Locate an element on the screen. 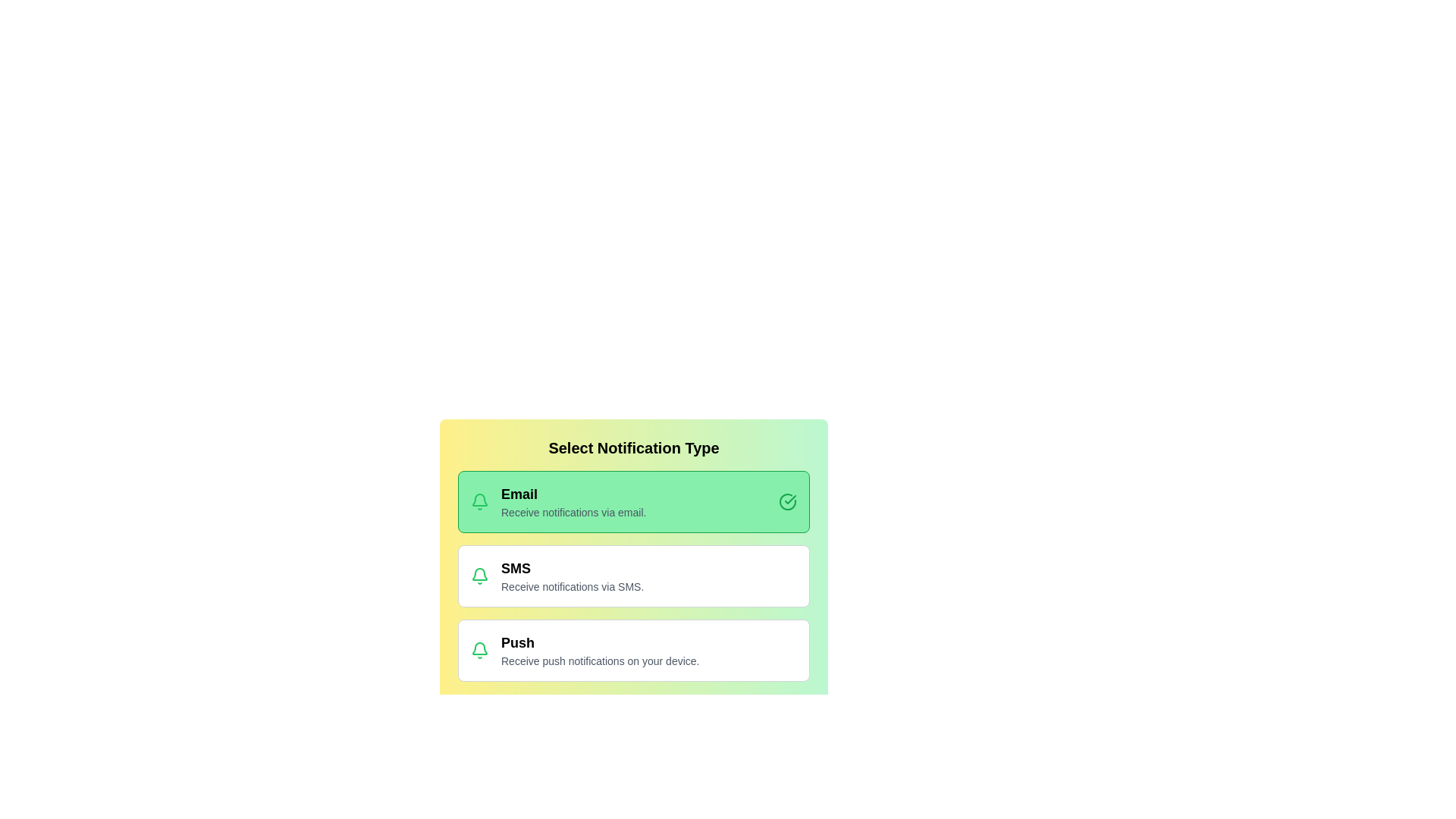 This screenshot has height=819, width=1456. the text label that says 'Receive notifications via email,' which is styled in a small gray font and located directly beneath the 'Email' header in the notification types selection interface is located at coordinates (640, 512).